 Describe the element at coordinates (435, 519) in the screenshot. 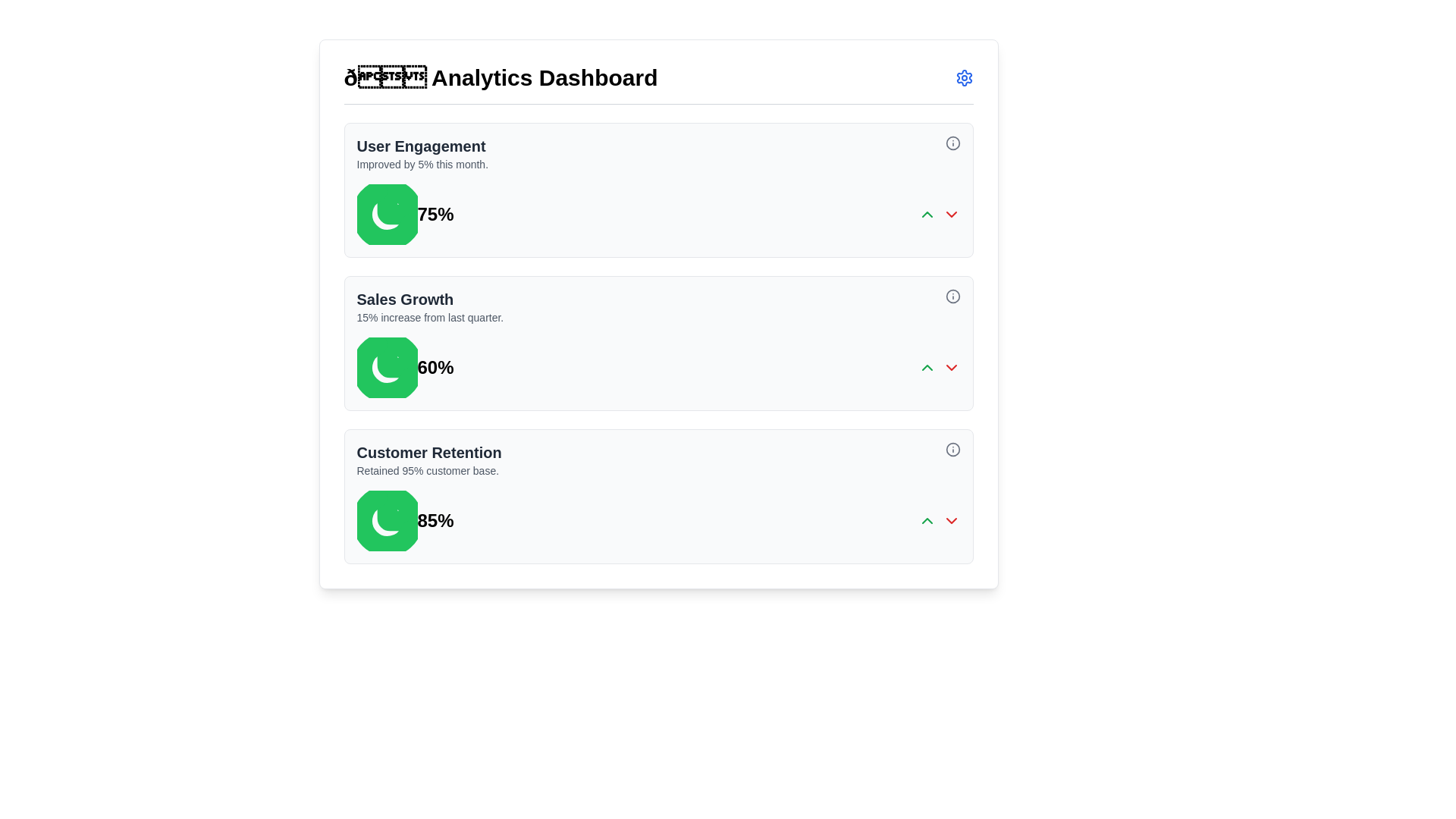

I see `value displayed in the Text label that shows '85%' in bold and large font, located near the bottom section of the third card, to the right of the green octagonal icon` at that location.